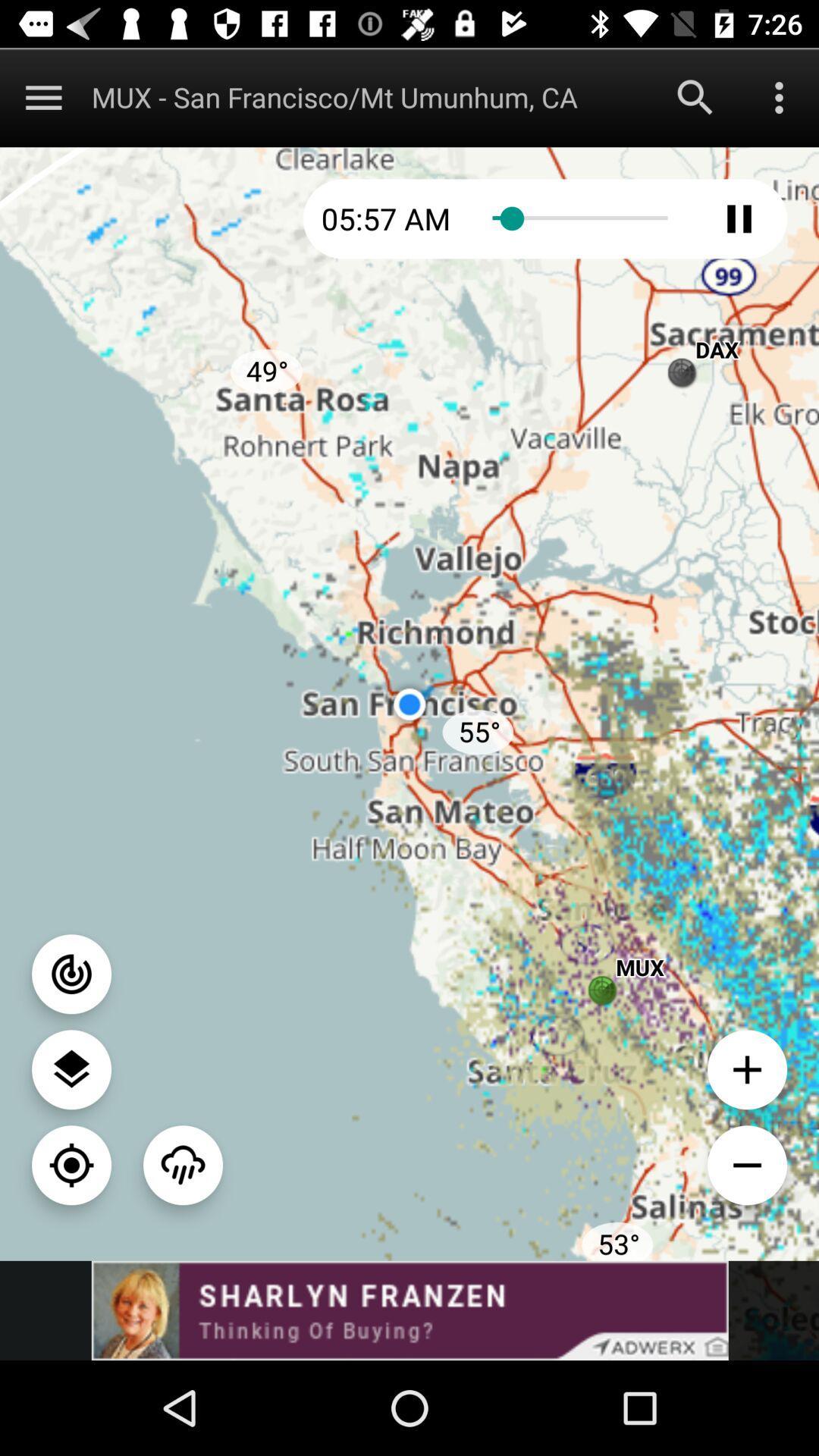 Image resolution: width=819 pixels, height=1456 pixels. What do you see at coordinates (739, 218) in the screenshot?
I see `pause audio` at bounding box center [739, 218].